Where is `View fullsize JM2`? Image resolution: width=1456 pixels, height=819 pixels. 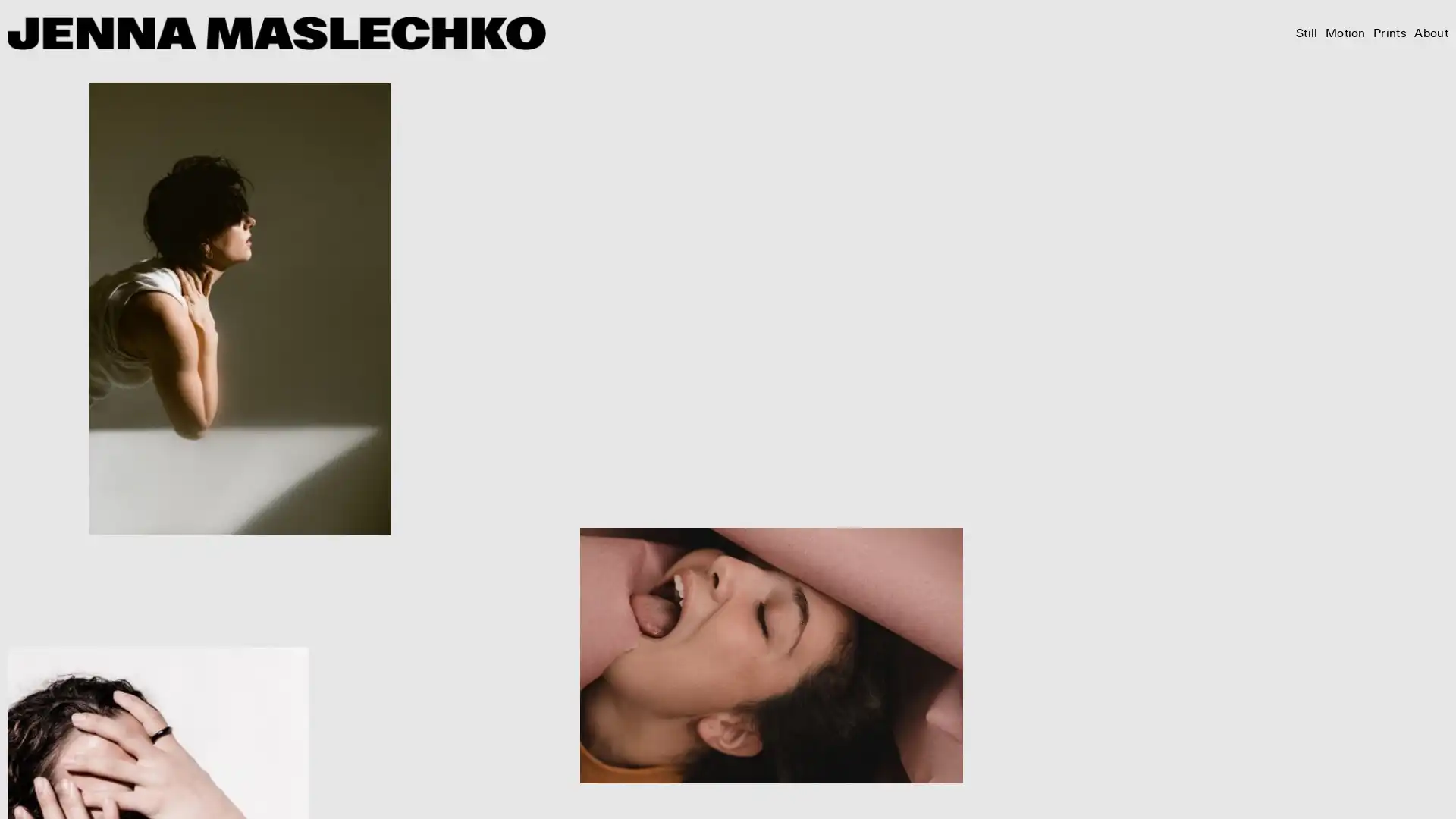 View fullsize JM2 is located at coordinates (770, 654).